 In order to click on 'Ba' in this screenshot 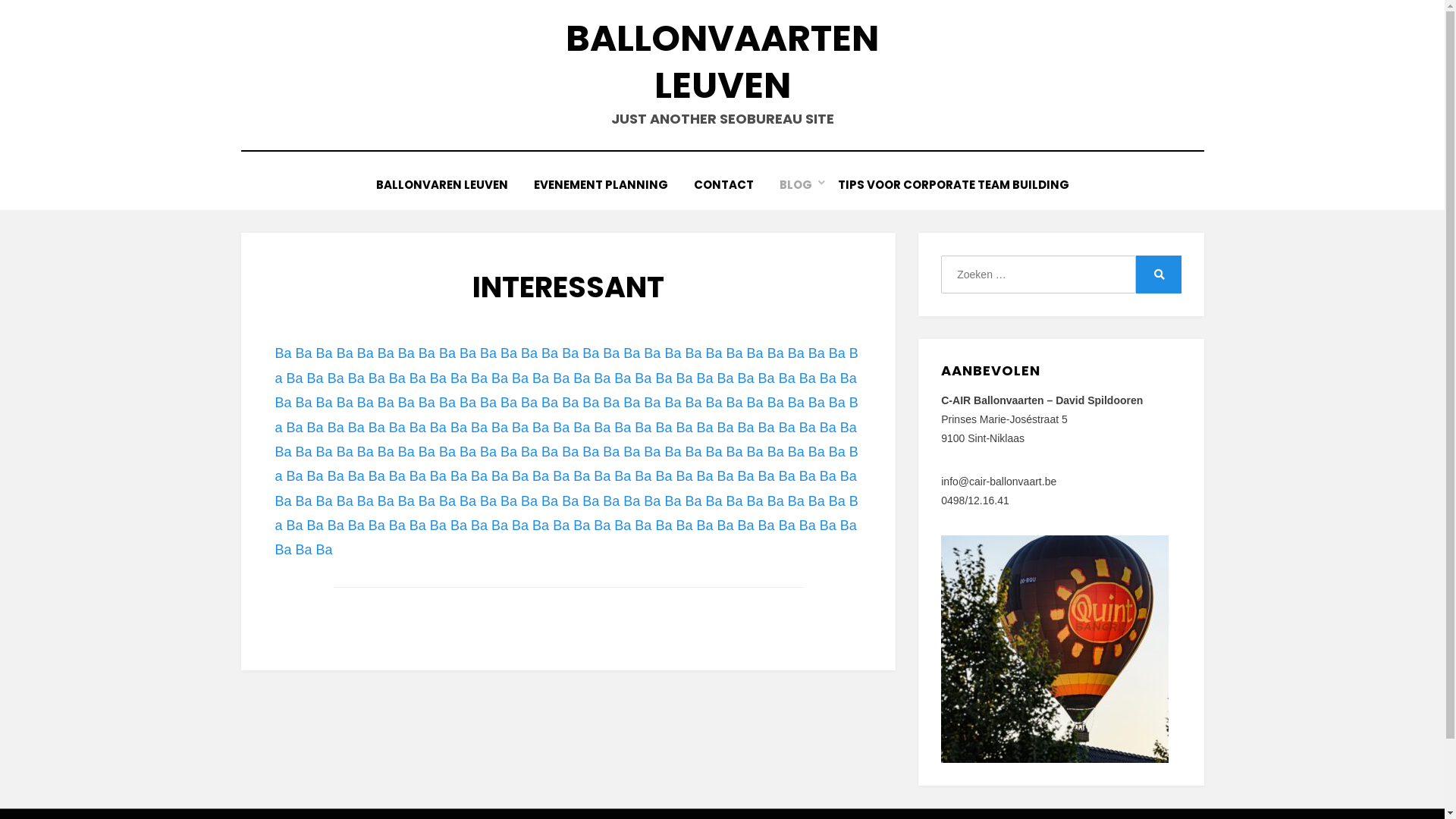, I will do `click(726, 402)`.